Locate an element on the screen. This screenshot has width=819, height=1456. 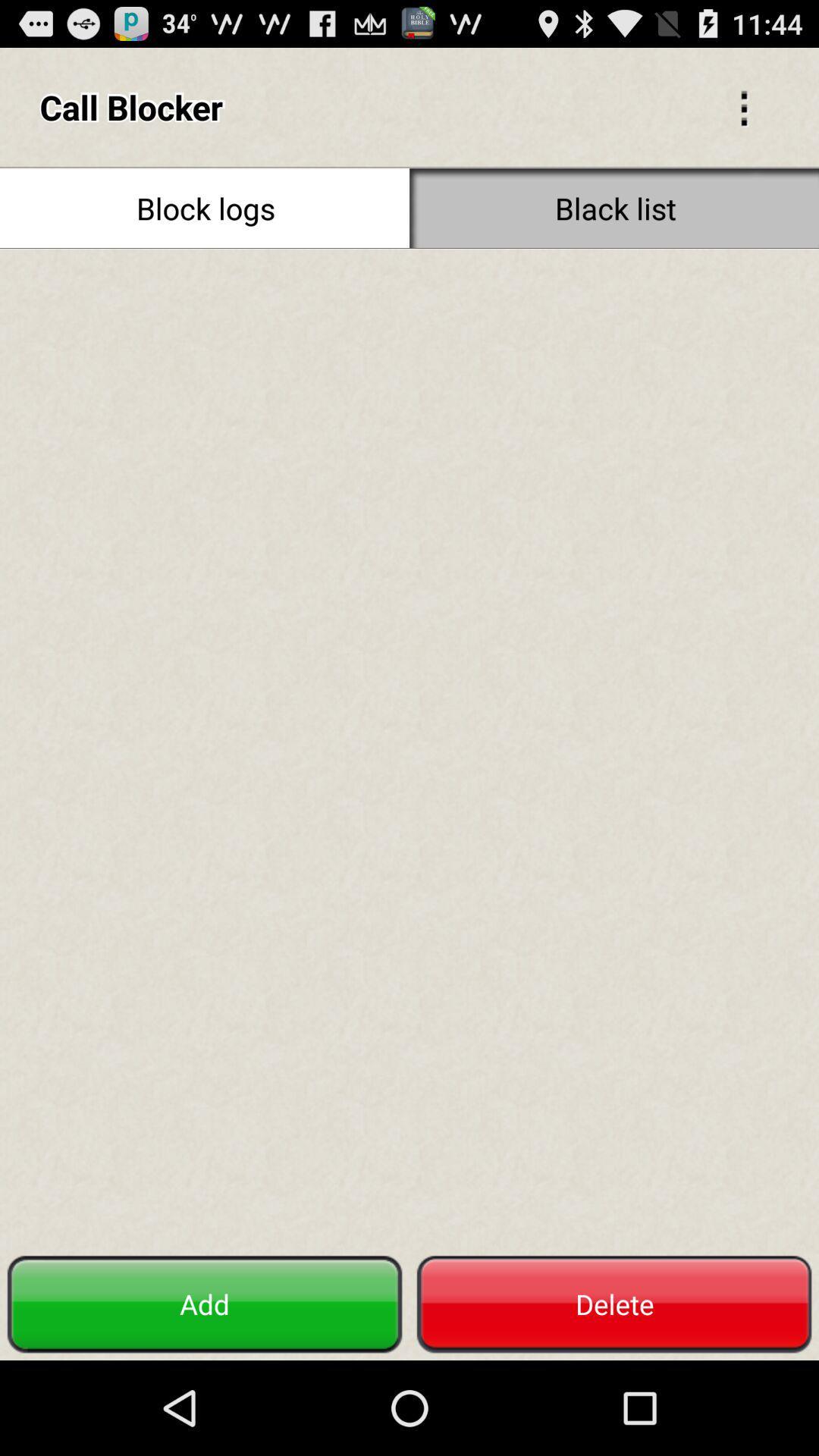
the item to the left of the black list is located at coordinates (205, 207).